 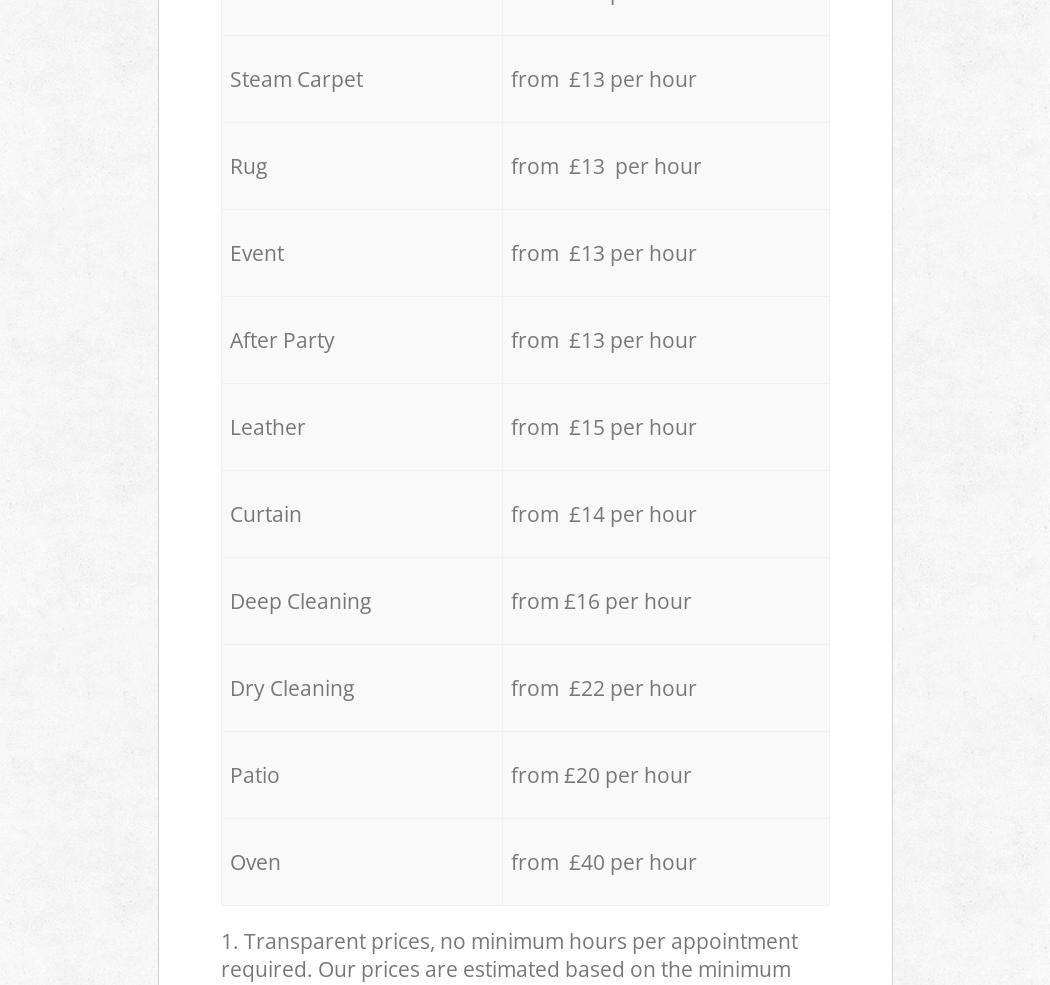 What do you see at coordinates (294, 77) in the screenshot?
I see `'Steam Carpet'` at bounding box center [294, 77].